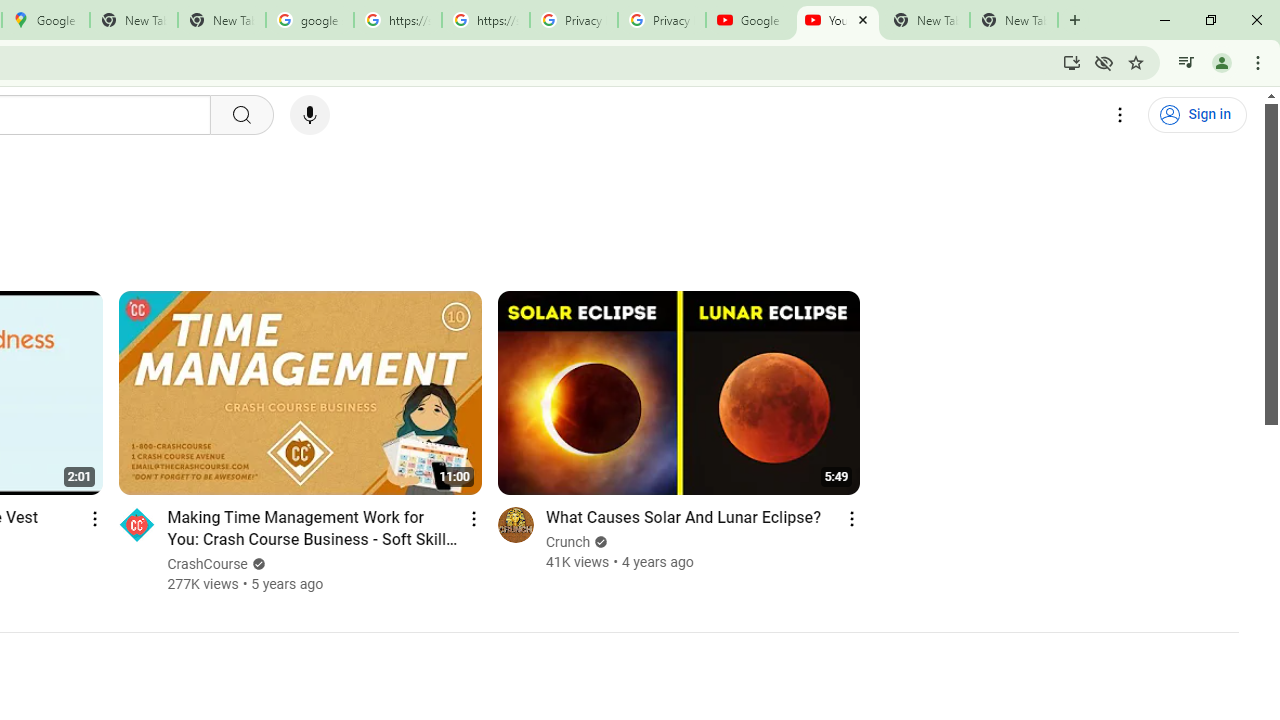  I want to click on 'Control your music, videos, and more', so click(1185, 61).